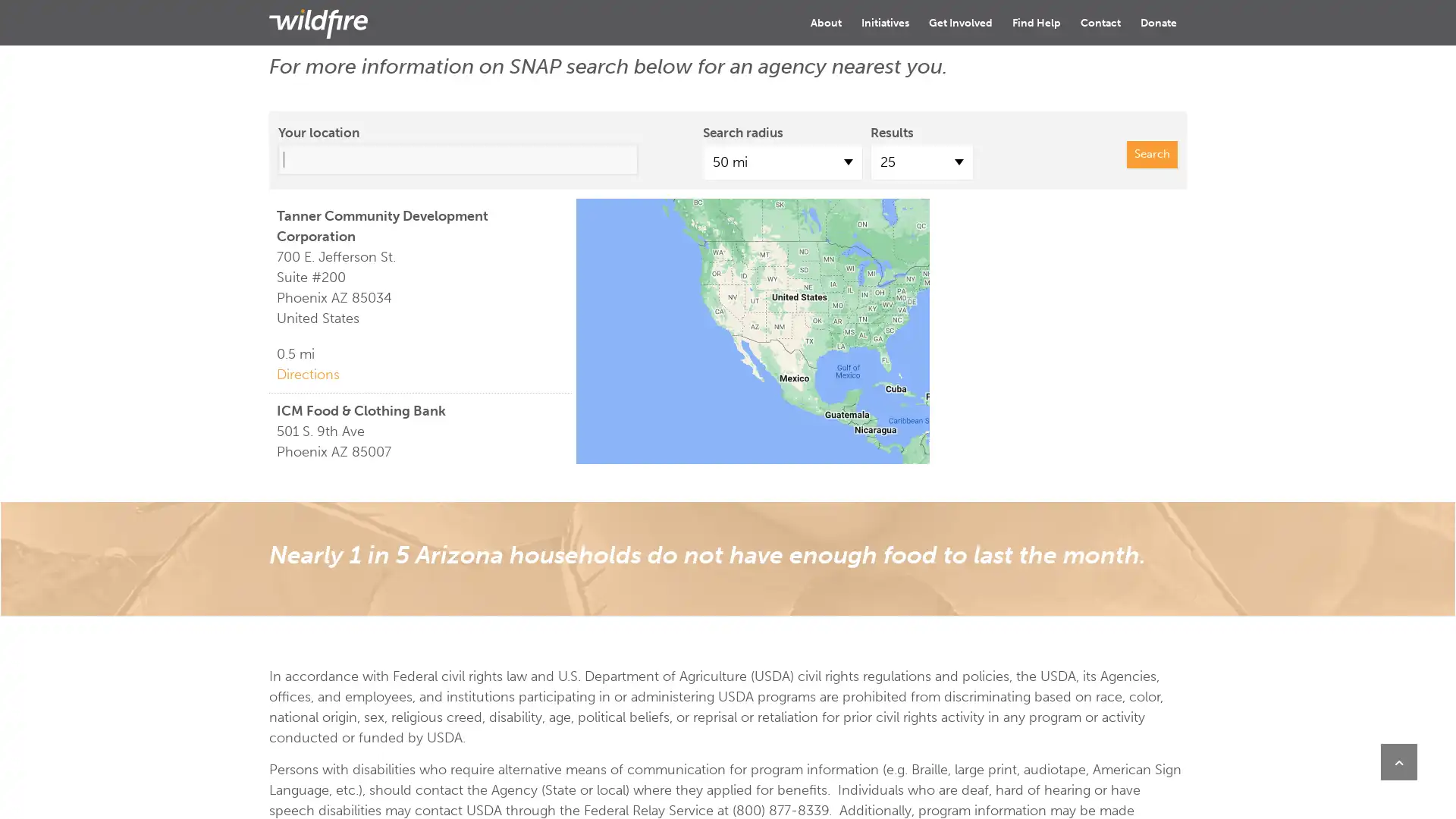  What do you see at coordinates (874, 298) in the screenshot?
I see `Mountain Park Health Center  Baseline WIC Clinic` at bounding box center [874, 298].